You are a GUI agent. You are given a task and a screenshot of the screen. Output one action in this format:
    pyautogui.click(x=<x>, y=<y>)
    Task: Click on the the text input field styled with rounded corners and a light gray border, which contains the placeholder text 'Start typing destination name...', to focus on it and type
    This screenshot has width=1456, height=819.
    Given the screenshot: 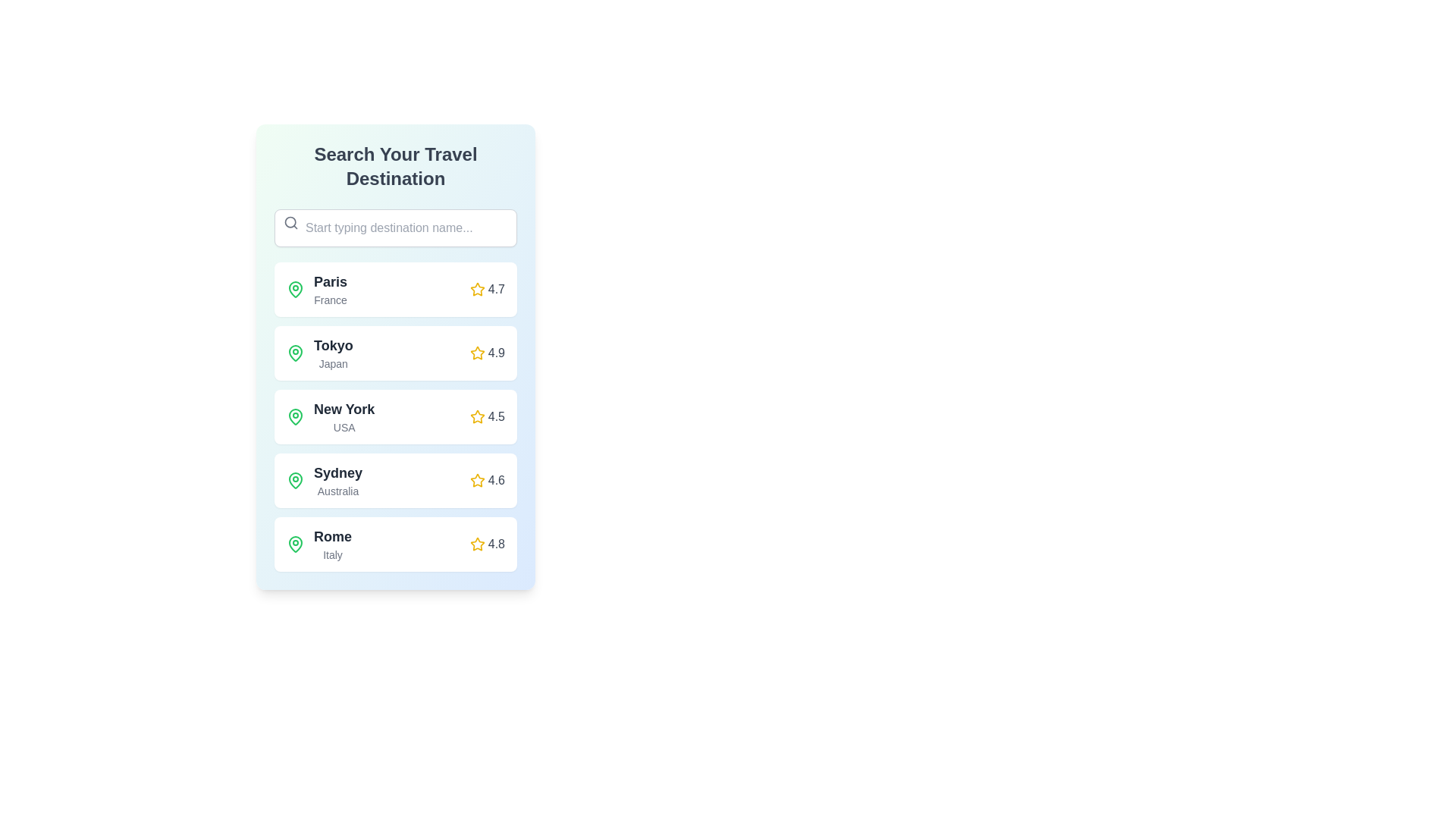 What is the action you would take?
    pyautogui.click(x=396, y=227)
    